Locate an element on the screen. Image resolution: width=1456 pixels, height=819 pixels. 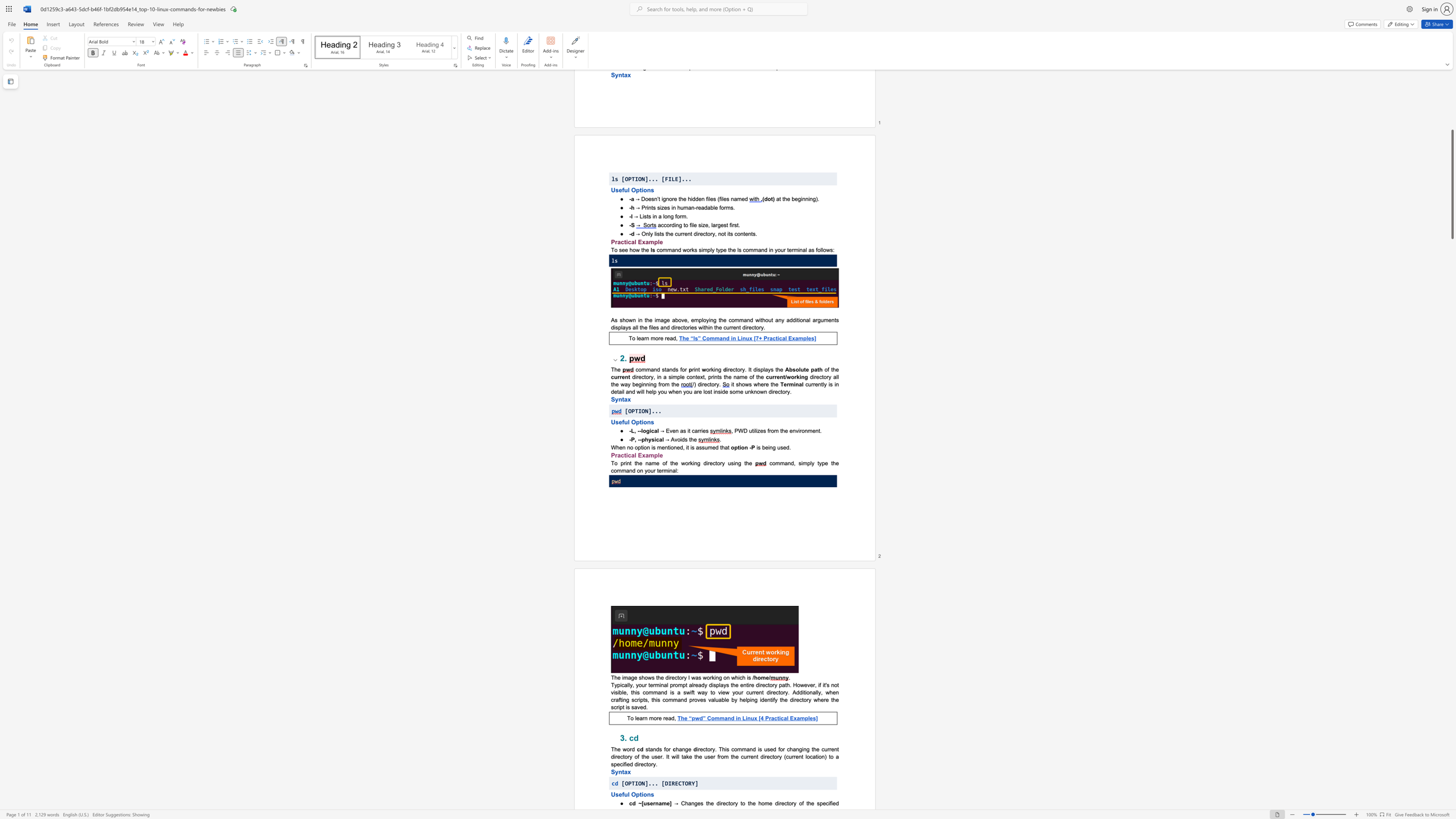
the 3th character "r" in the text is located at coordinates (783, 749).